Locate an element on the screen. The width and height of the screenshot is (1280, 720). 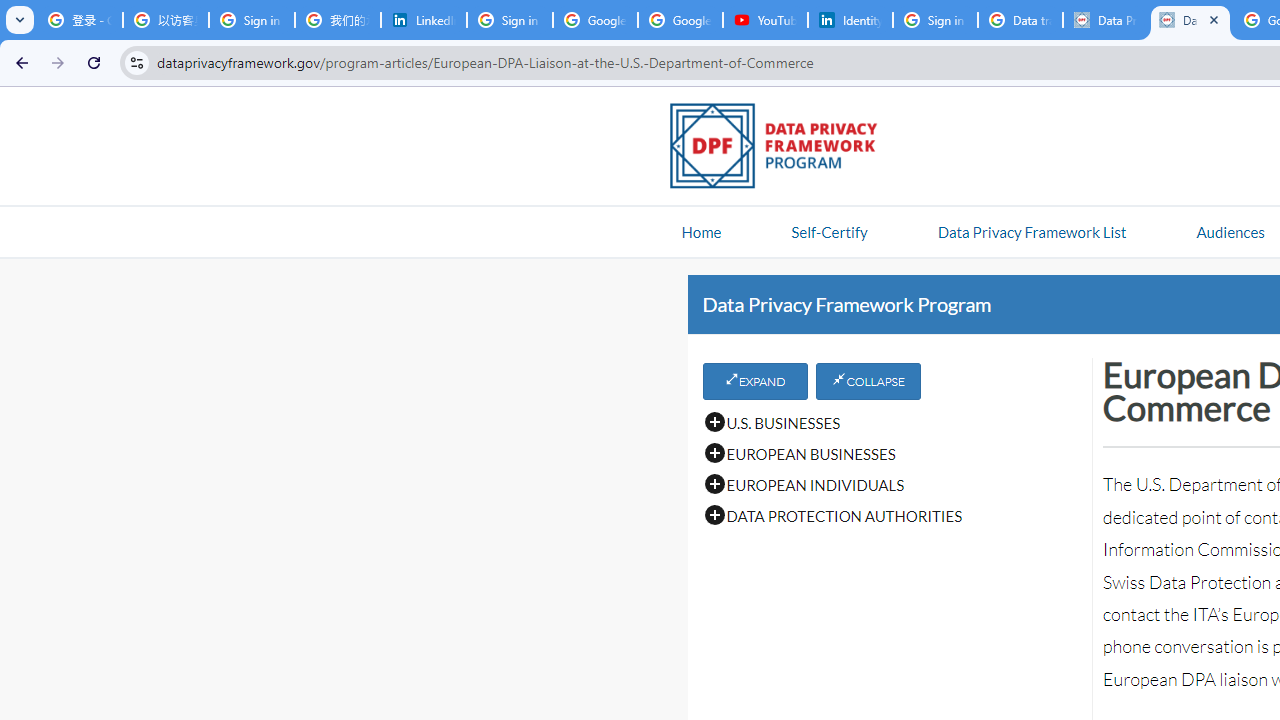
'Data Privacy Framework Logo - Link to Homepage' is located at coordinates (783, 148).